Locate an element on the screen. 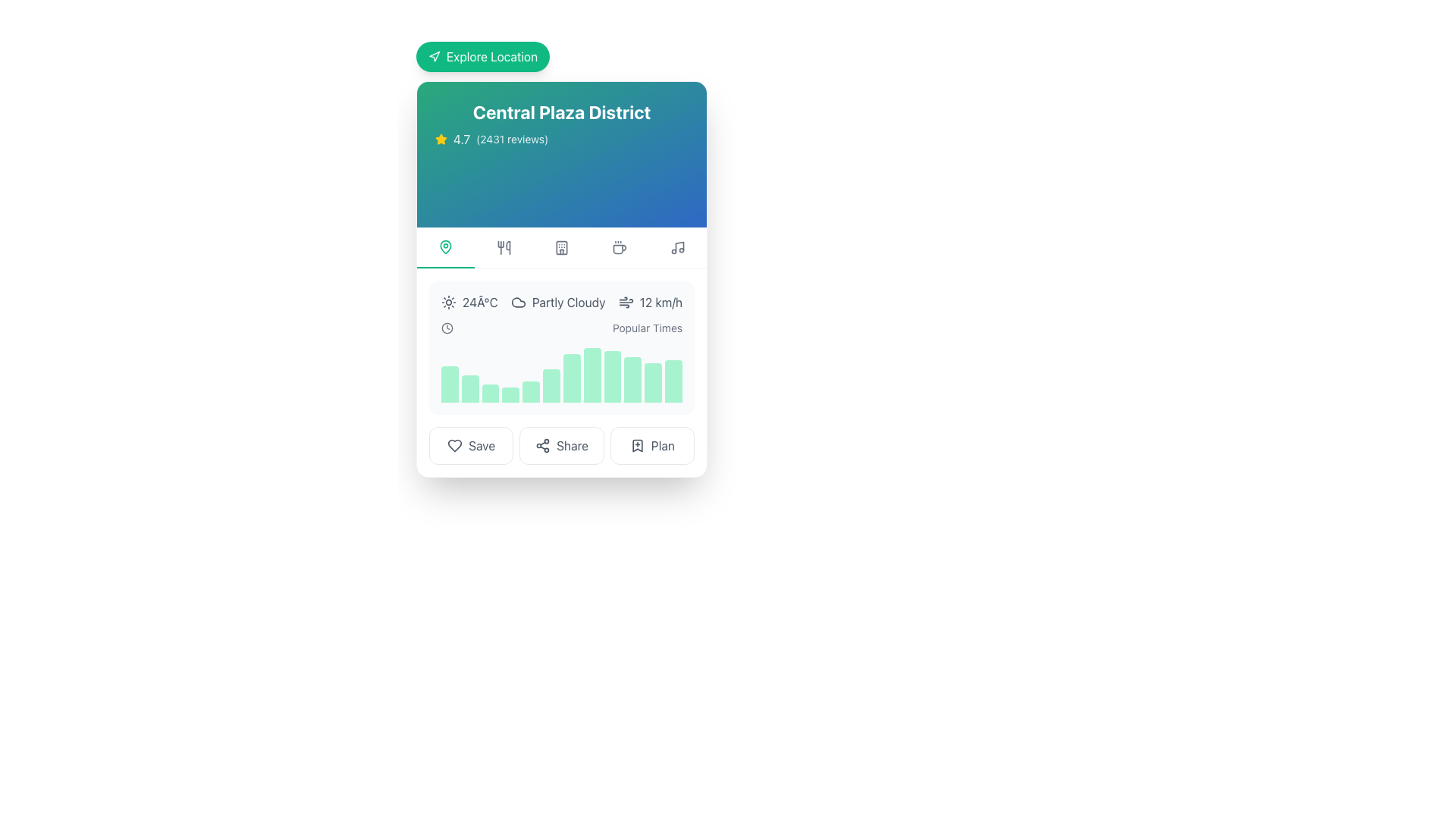 Image resolution: width=1456 pixels, height=819 pixels. the coffee shop icon is located at coordinates (620, 249).